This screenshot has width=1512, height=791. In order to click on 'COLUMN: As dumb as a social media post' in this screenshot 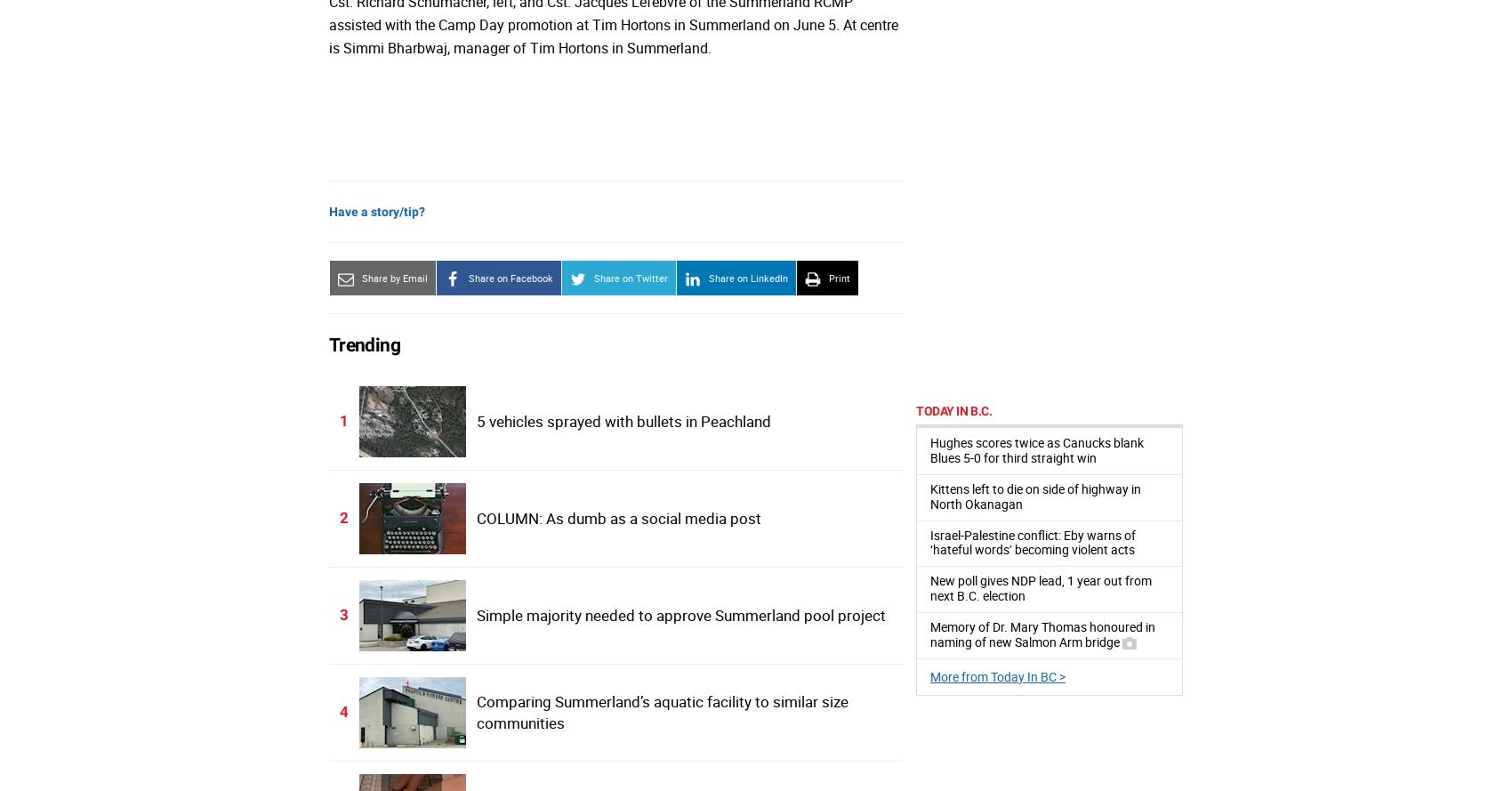, I will do `click(617, 517)`.